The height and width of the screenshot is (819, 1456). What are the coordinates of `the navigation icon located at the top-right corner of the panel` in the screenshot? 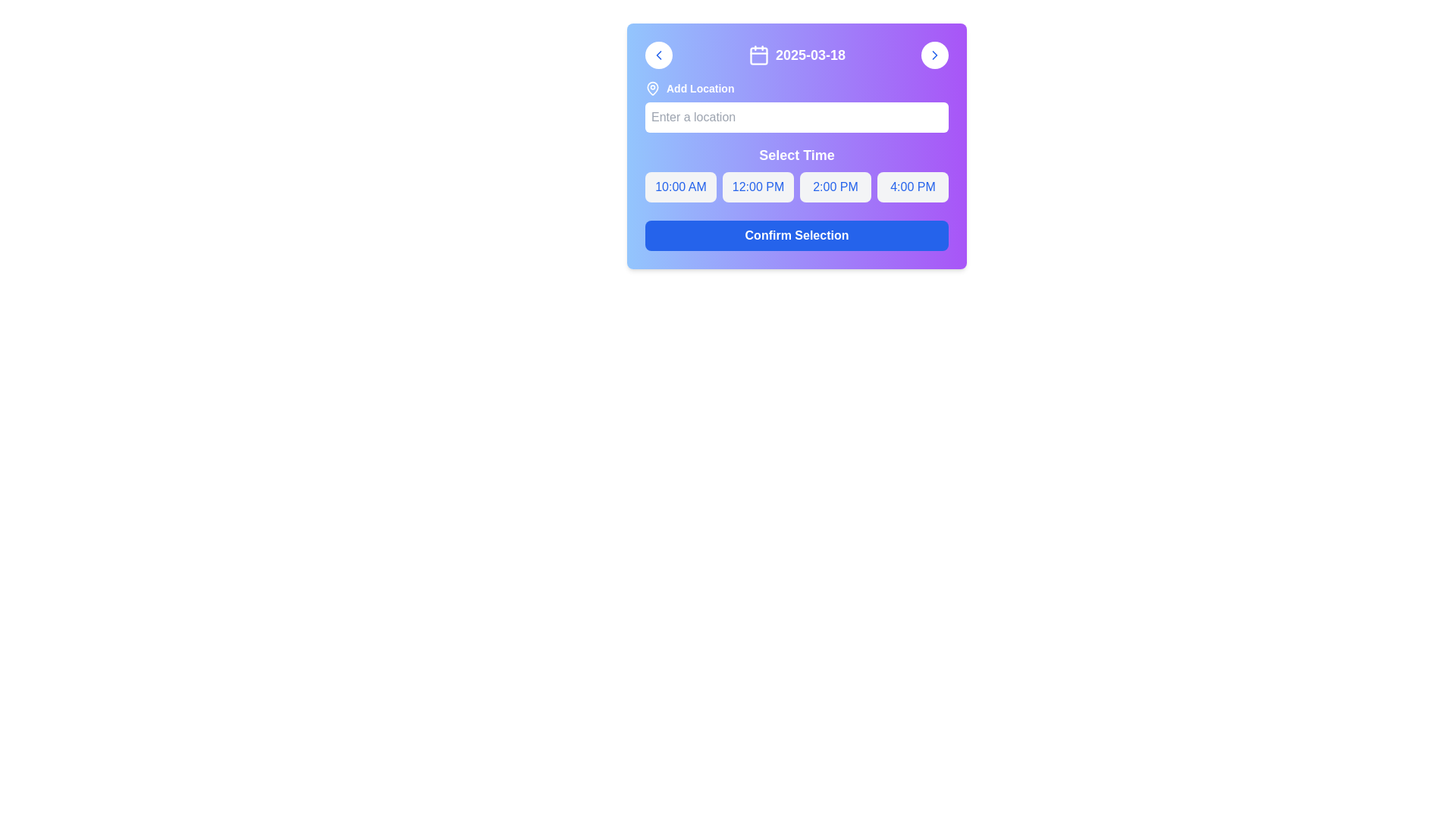 It's located at (934, 55).